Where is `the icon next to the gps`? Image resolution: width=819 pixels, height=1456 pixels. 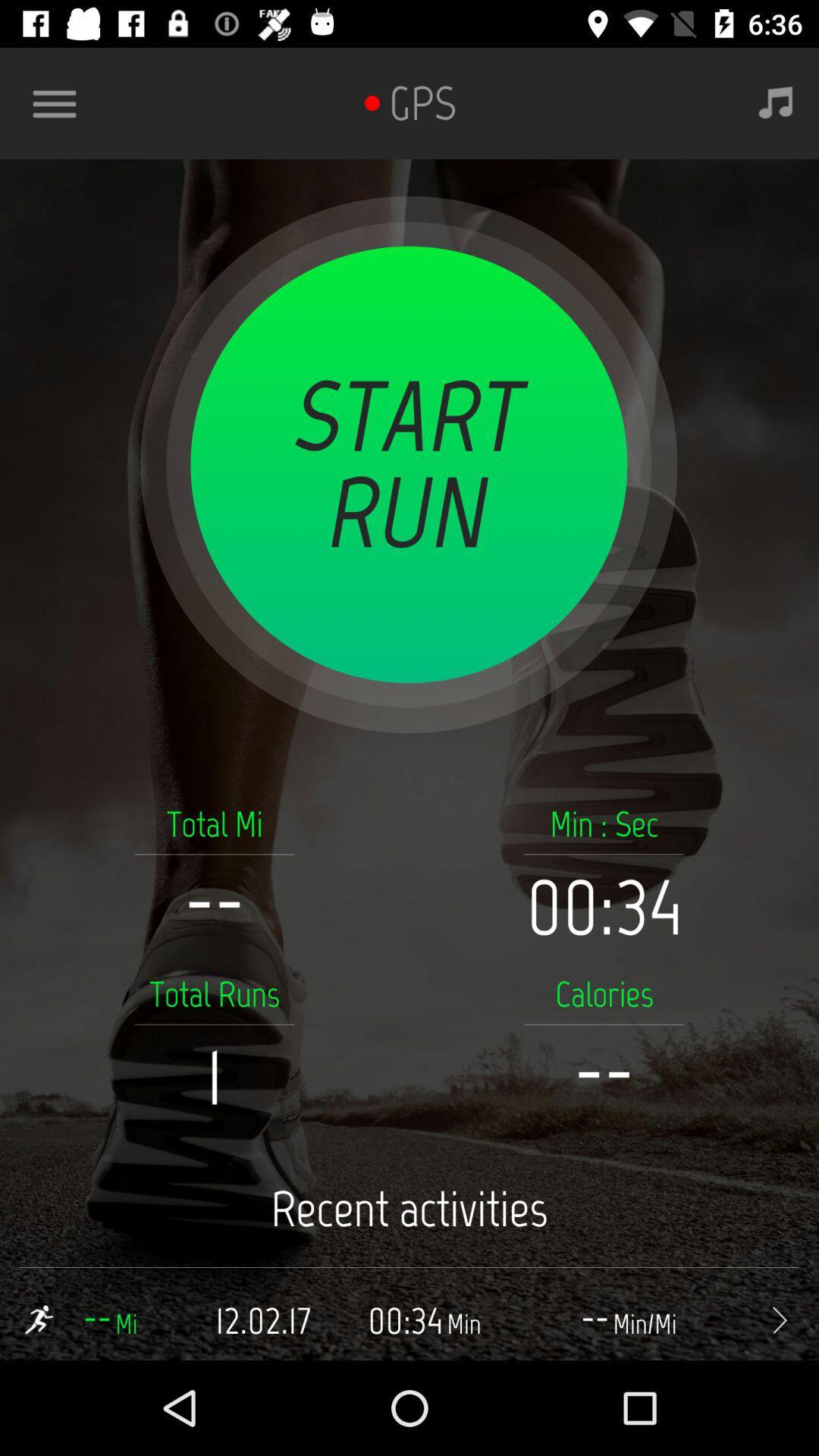 the icon next to the gps is located at coordinates (372, 102).